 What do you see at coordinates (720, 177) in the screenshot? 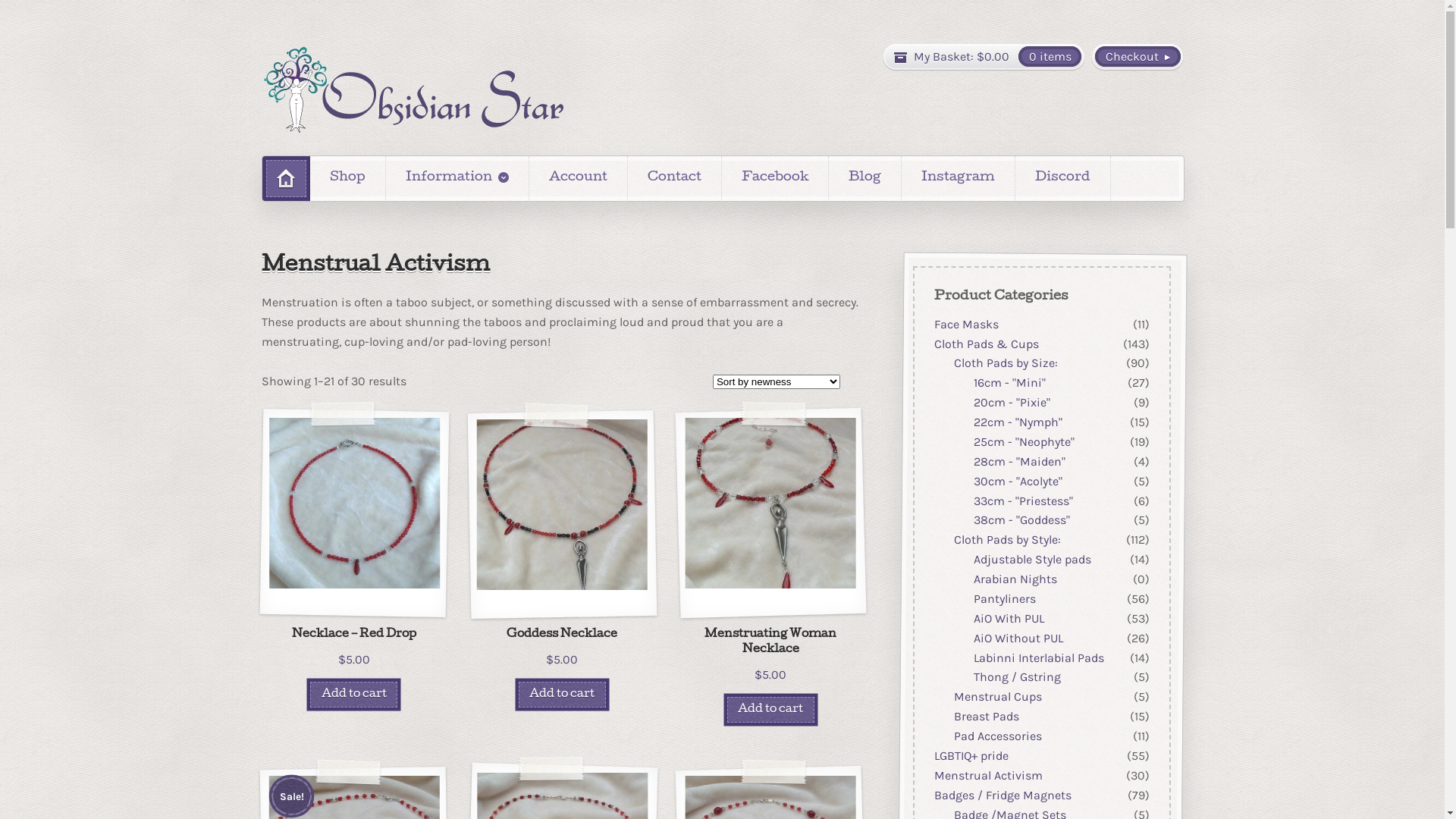
I see `'Facebook'` at bounding box center [720, 177].